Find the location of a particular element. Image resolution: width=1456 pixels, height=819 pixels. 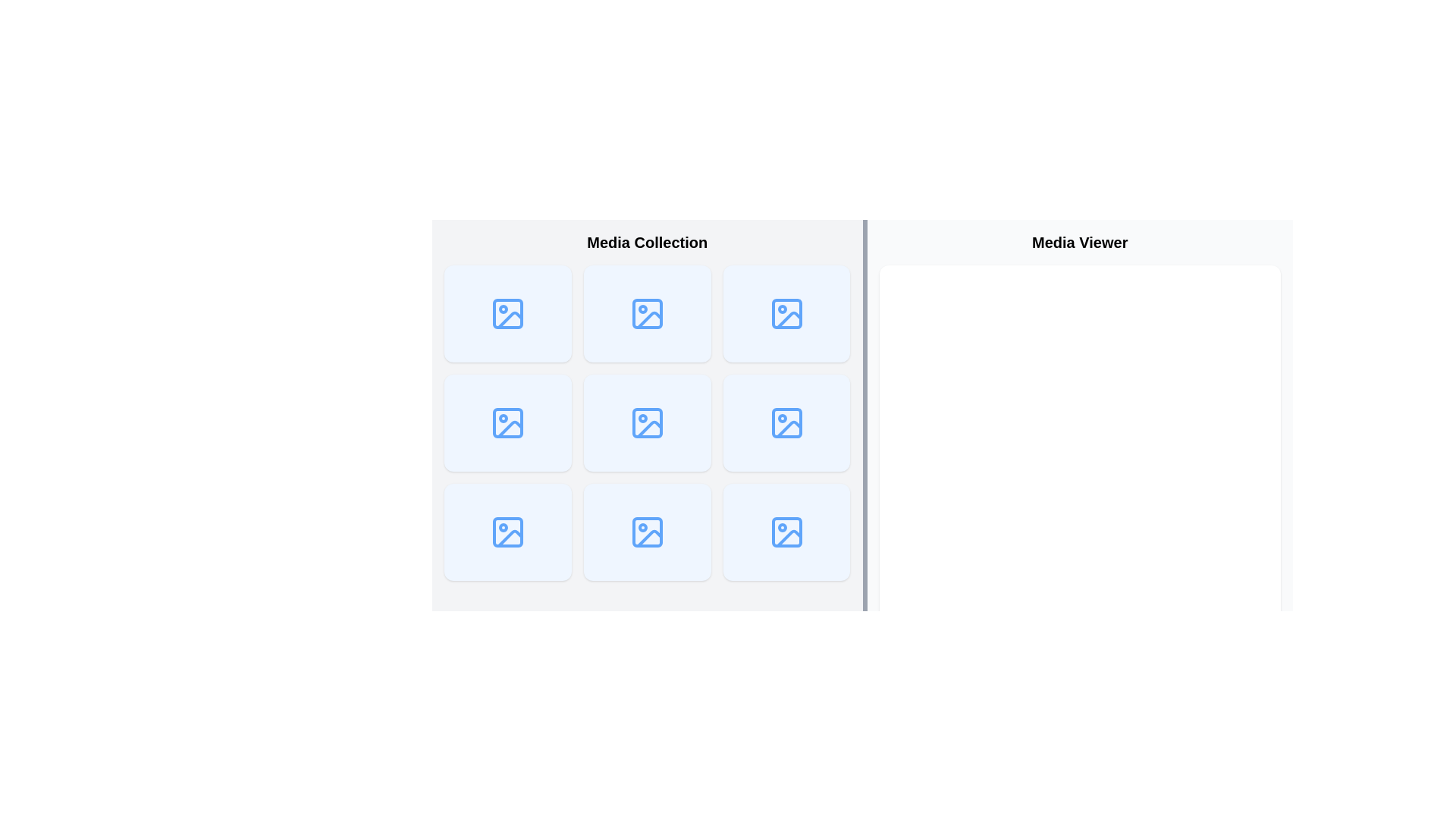

the small rectangular icon part with rounded corners located within the bottom-left image thumbnail in the 'Media Collection' section is located at coordinates (507, 532).